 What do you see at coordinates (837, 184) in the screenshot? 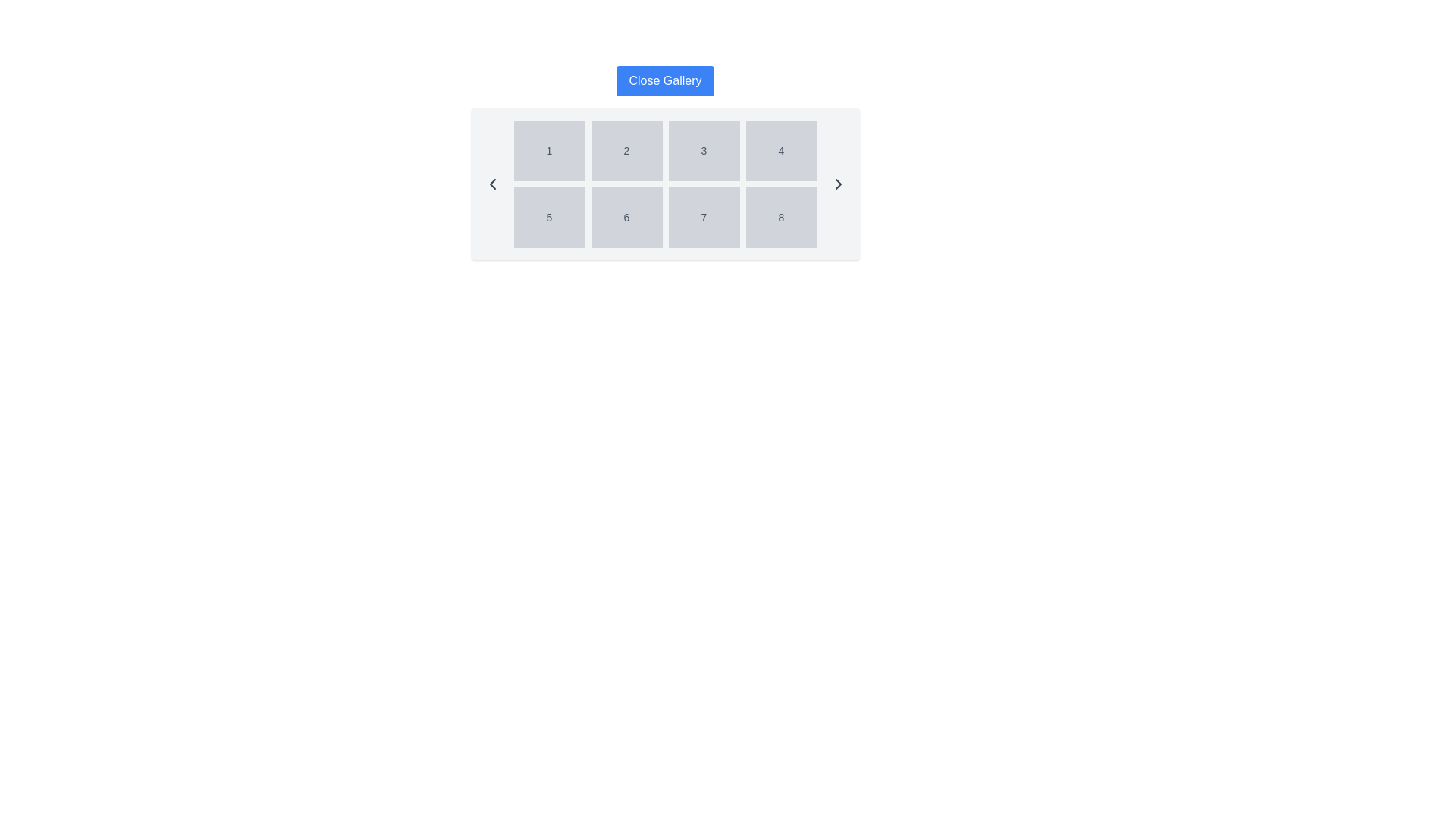
I see `the navigation button located at the far-right end of the gallery` at bounding box center [837, 184].